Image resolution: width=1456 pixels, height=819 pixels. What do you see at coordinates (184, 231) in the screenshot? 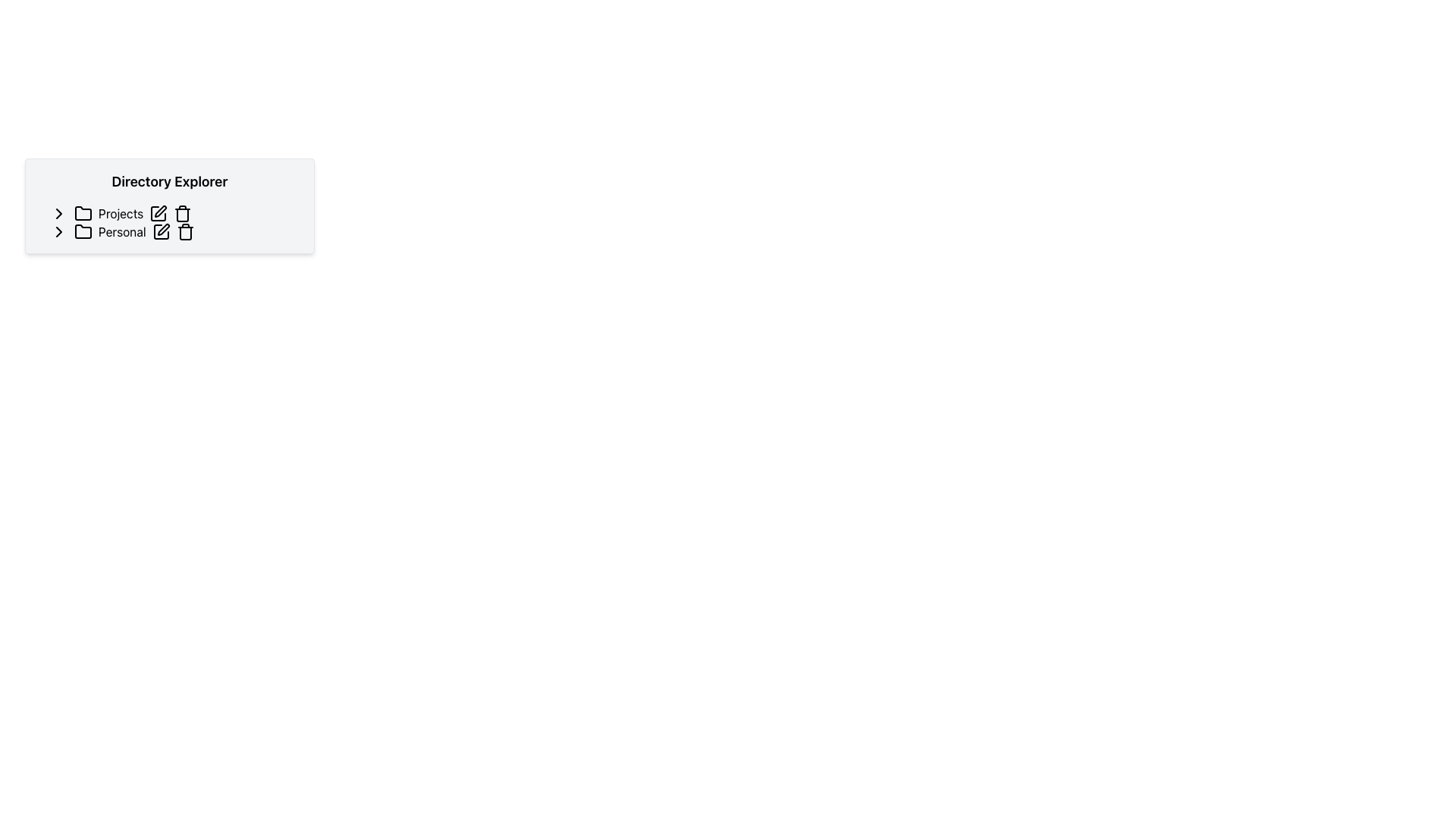
I see `the delete button (trash icon) located in the second row of the directory explorer, to the right of the 'Personal' item, which is the second icon from the left` at bounding box center [184, 231].